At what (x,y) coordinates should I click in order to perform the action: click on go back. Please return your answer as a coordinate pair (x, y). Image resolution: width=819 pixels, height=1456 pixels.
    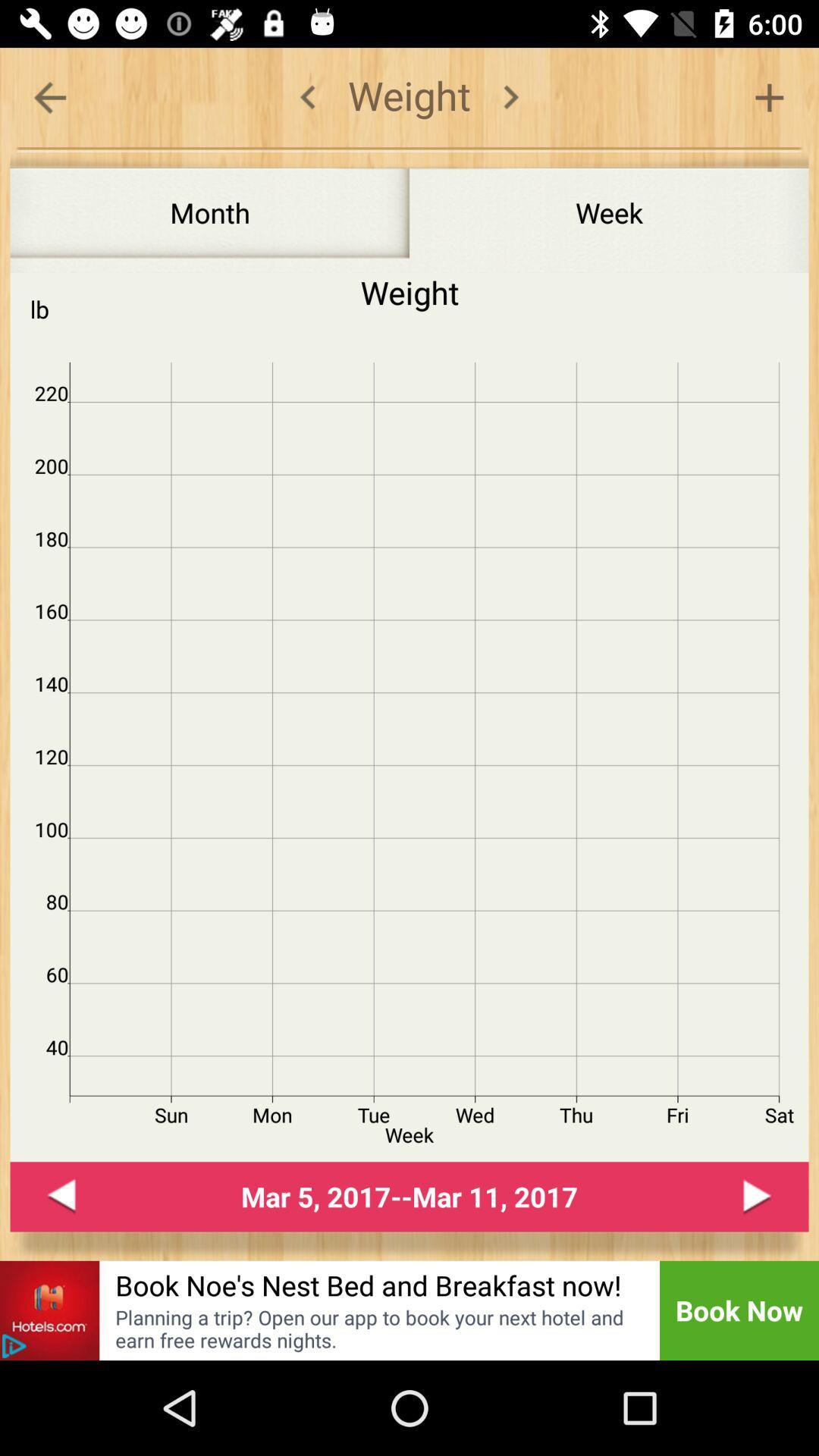
    Looking at the image, I should click on (14, 1346).